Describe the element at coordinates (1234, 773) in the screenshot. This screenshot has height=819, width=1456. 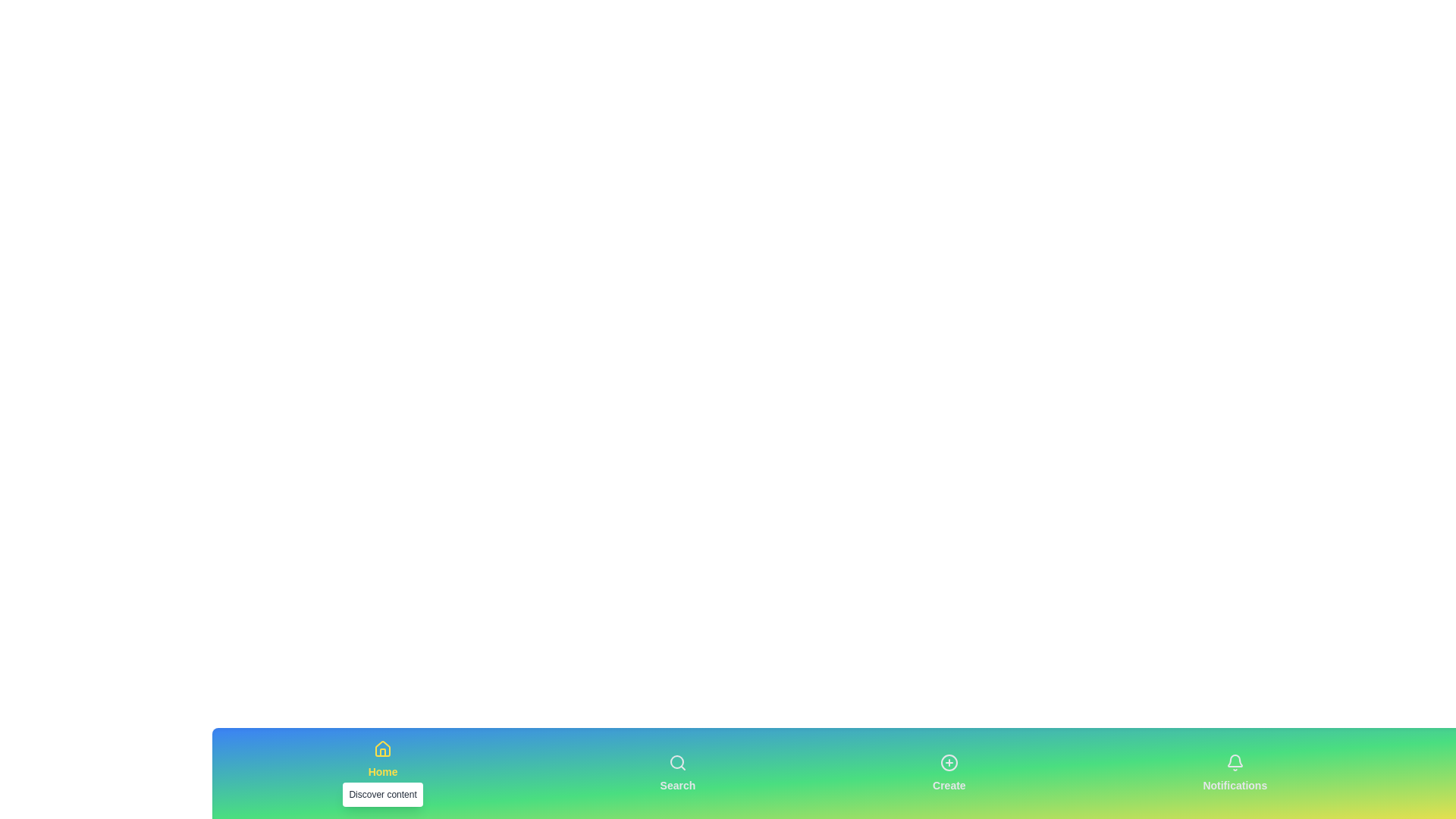
I see `the Notifications tab in the bottom navigation bar` at that location.